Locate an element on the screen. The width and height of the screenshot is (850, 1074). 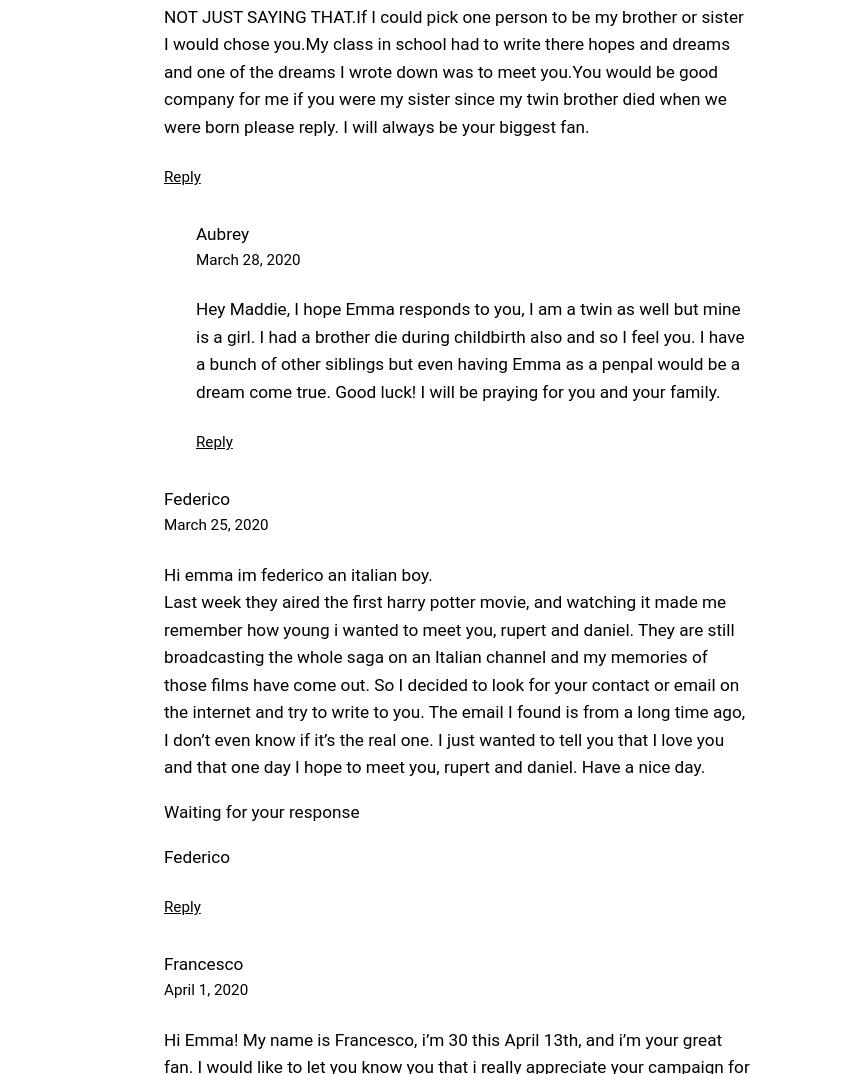
'Aubrey' is located at coordinates (222, 231).